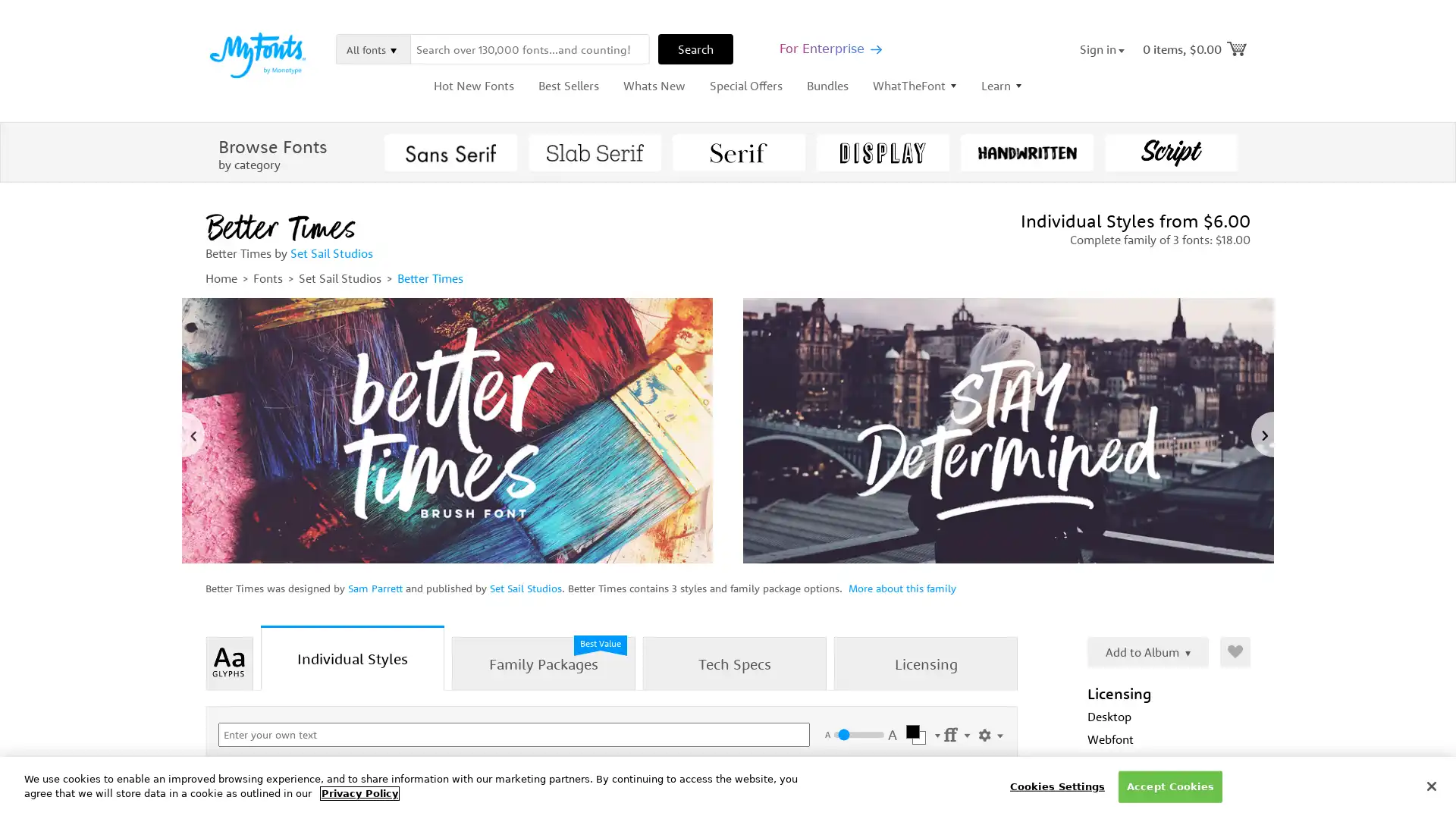 The height and width of the screenshot is (819, 1456). What do you see at coordinates (1430, 785) in the screenshot?
I see `Close` at bounding box center [1430, 785].